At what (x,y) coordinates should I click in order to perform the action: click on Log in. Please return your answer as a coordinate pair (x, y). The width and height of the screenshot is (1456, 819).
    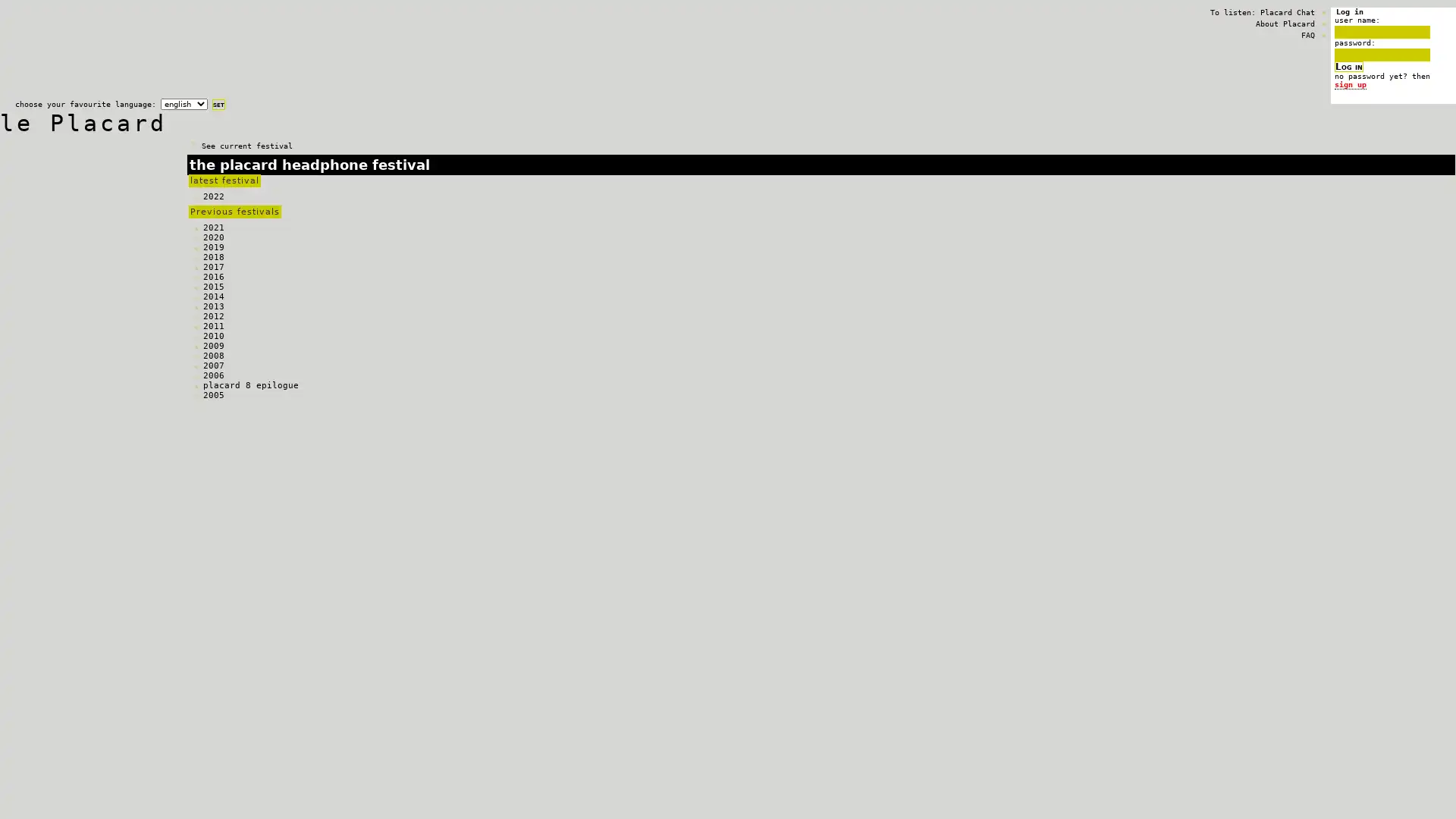
    Looking at the image, I should click on (1349, 66).